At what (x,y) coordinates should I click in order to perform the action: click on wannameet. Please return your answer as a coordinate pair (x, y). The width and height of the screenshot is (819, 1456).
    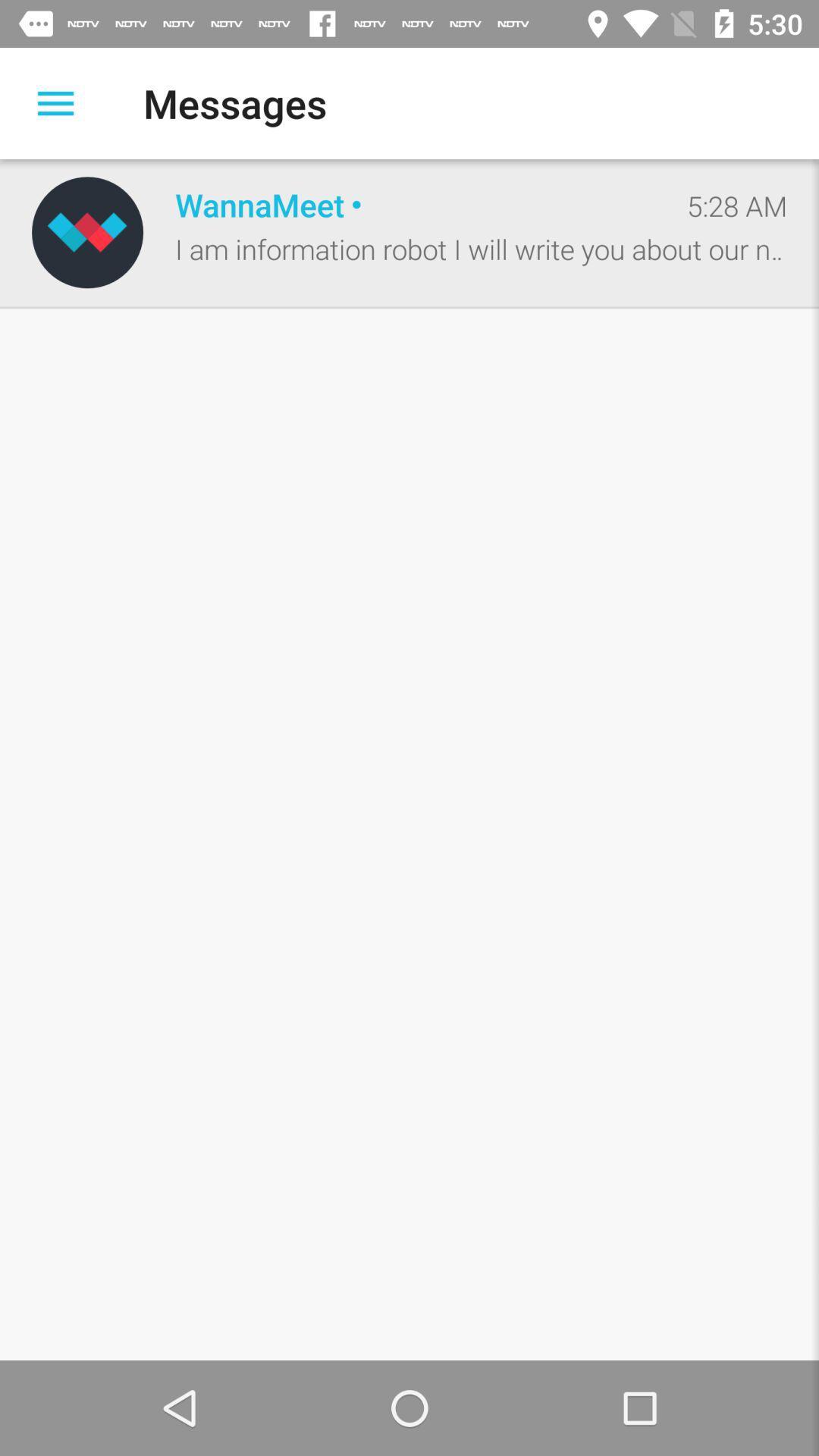
    Looking at the image, I should click on (415, 203).